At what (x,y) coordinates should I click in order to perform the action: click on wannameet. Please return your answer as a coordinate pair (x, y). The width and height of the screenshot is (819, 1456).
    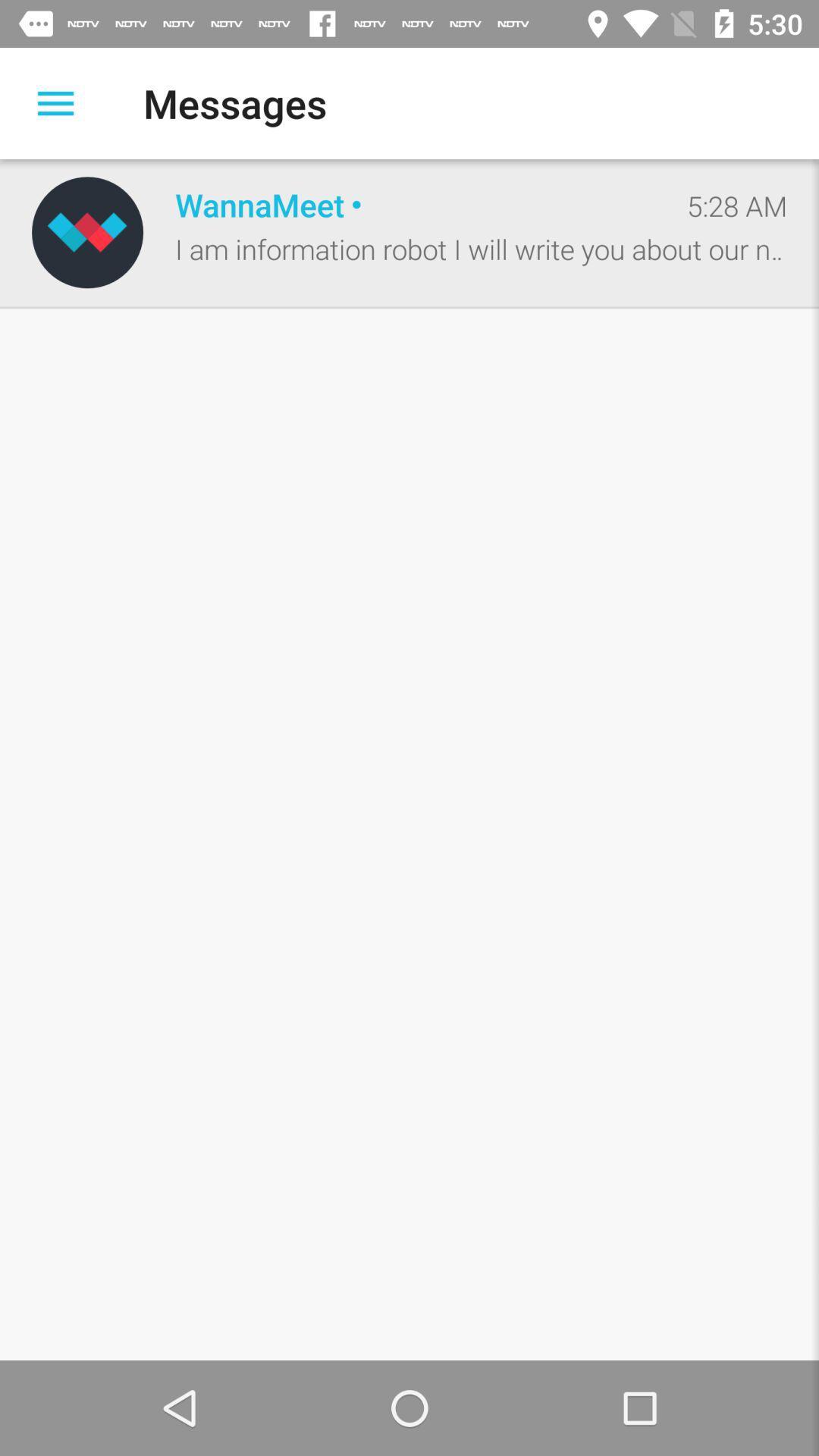
    Looking at the image, I should click on (415, 203).